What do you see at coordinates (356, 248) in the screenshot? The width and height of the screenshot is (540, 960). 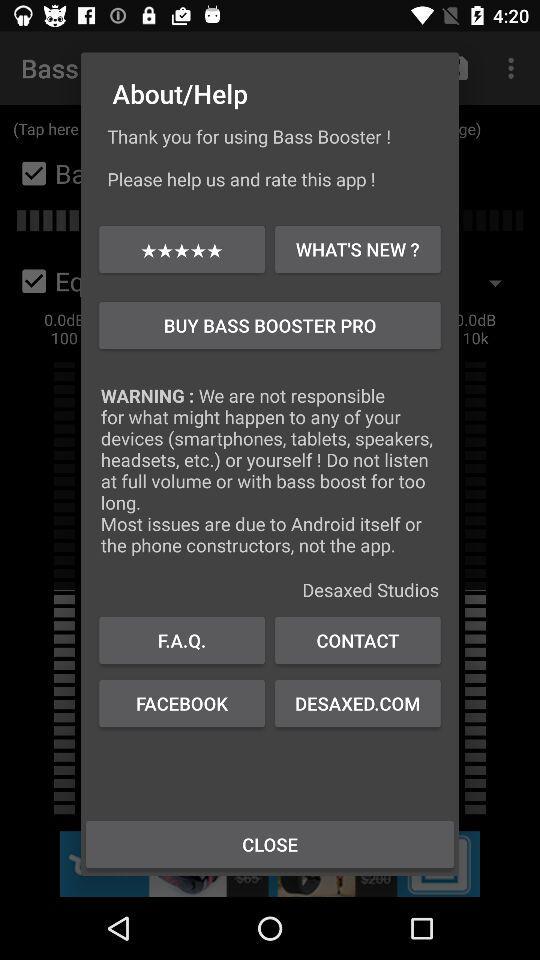 I see `what's new ?` at bounding box center [356, 248].